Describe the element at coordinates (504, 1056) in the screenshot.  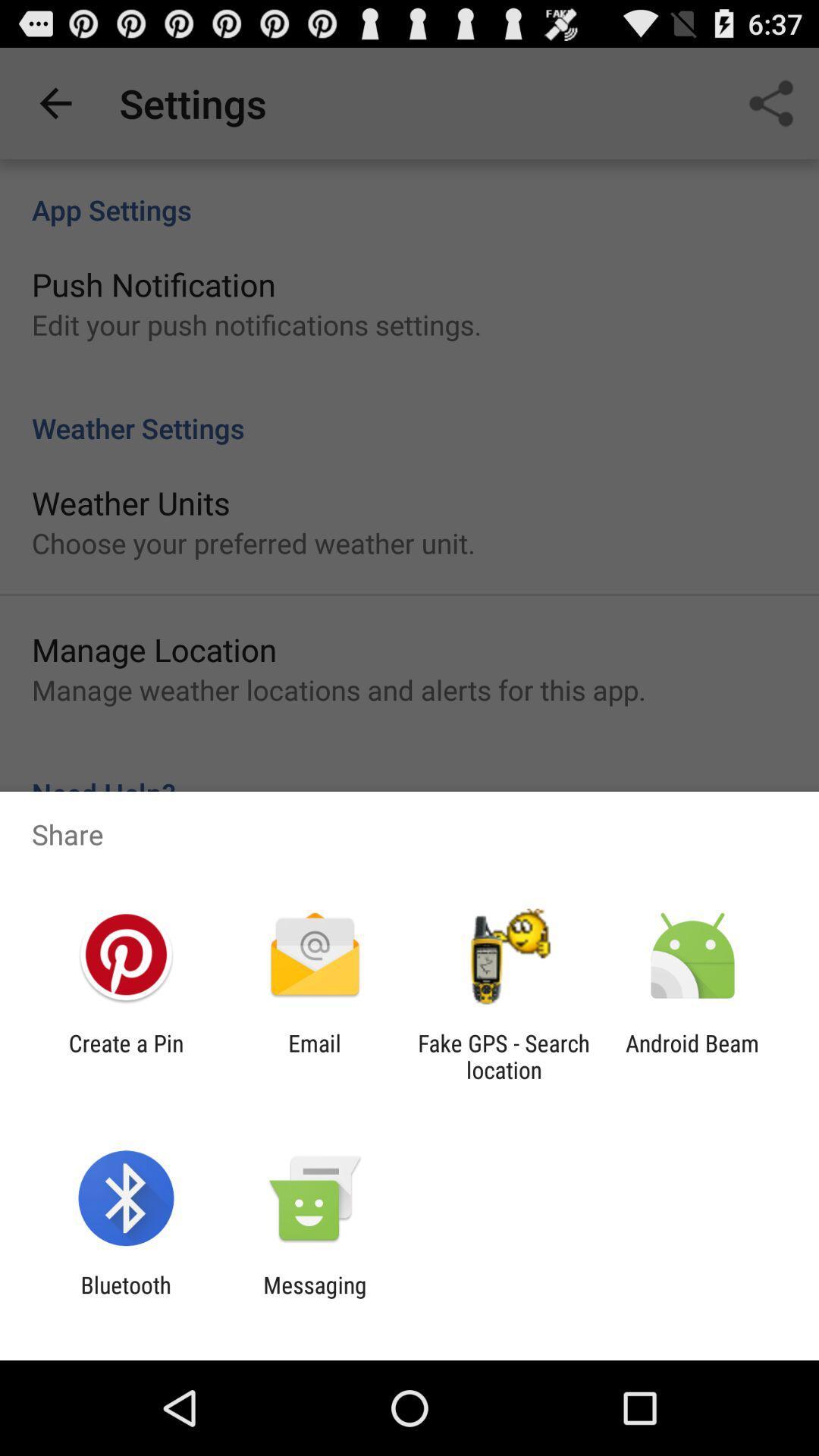
I see `the icon next to android beam item` at that location.